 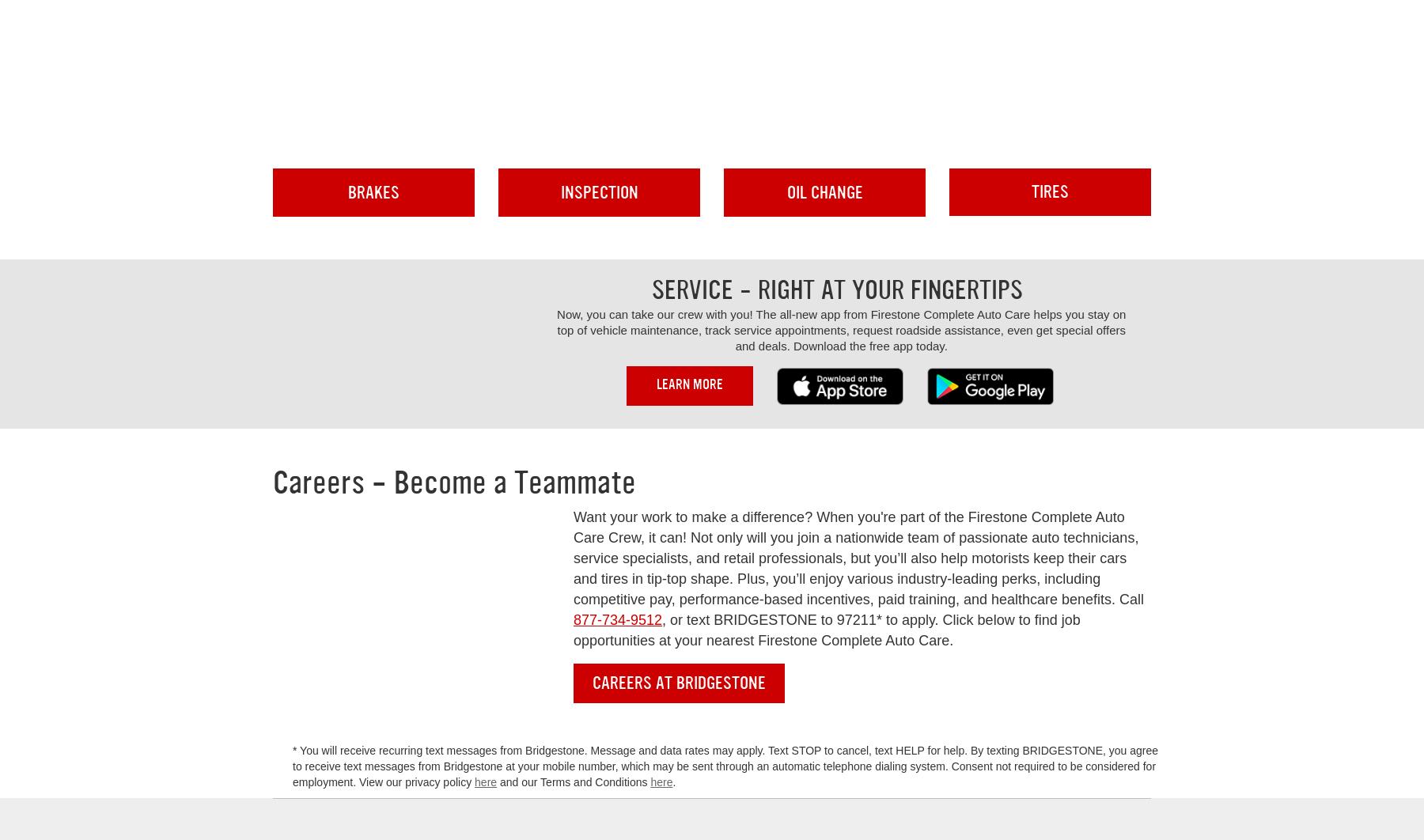 What do you see at coordinates (827, 630) in the screenshot?
I see `', or text BRIDGESTONE to 97211* to apply. Click below to find job opportunities at your nearest Firestone Complete Auto Care.'` at bounding box center [827, 630].